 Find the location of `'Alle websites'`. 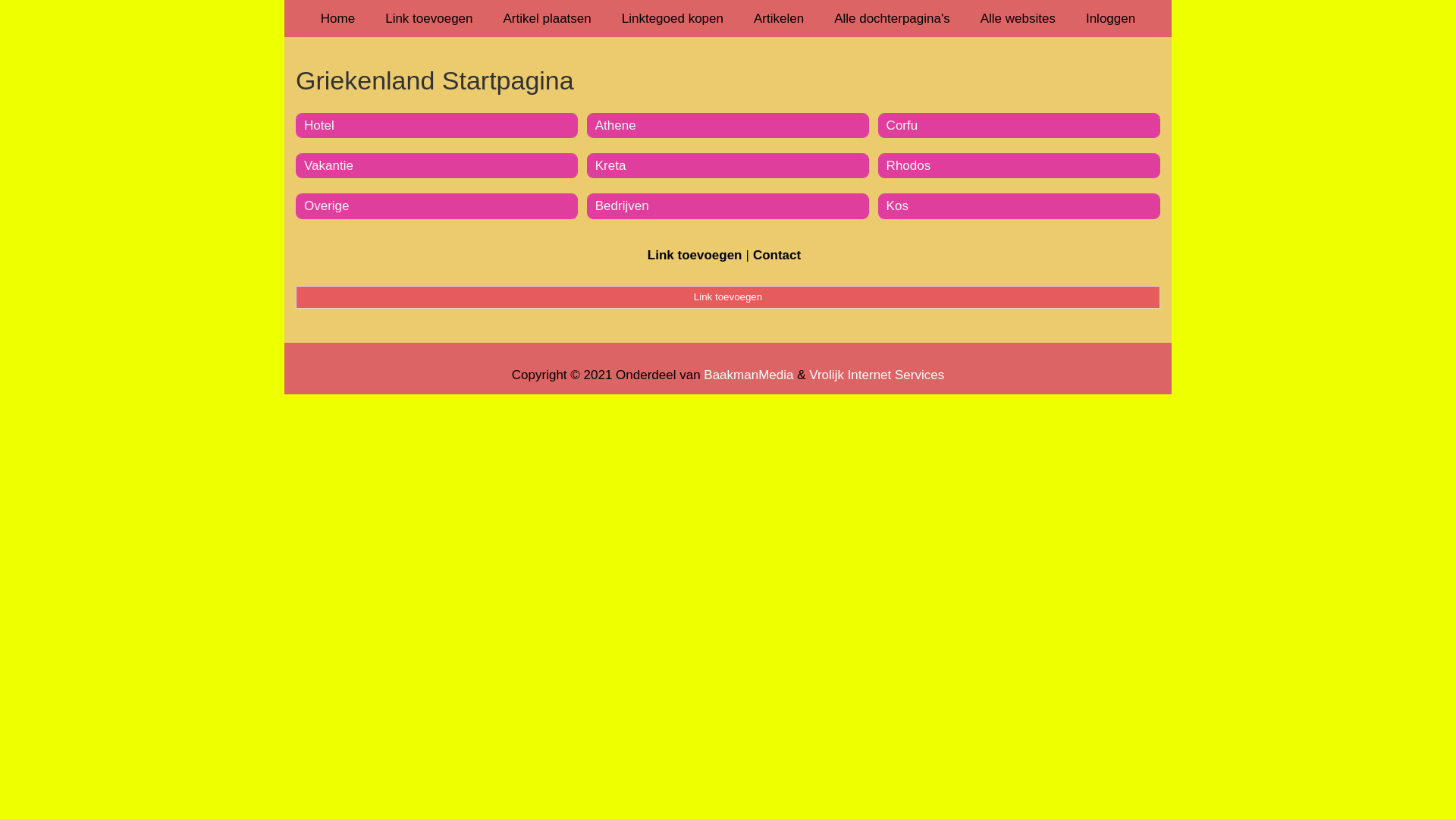

'Alle websites' is located at coordinates (1018, 18).